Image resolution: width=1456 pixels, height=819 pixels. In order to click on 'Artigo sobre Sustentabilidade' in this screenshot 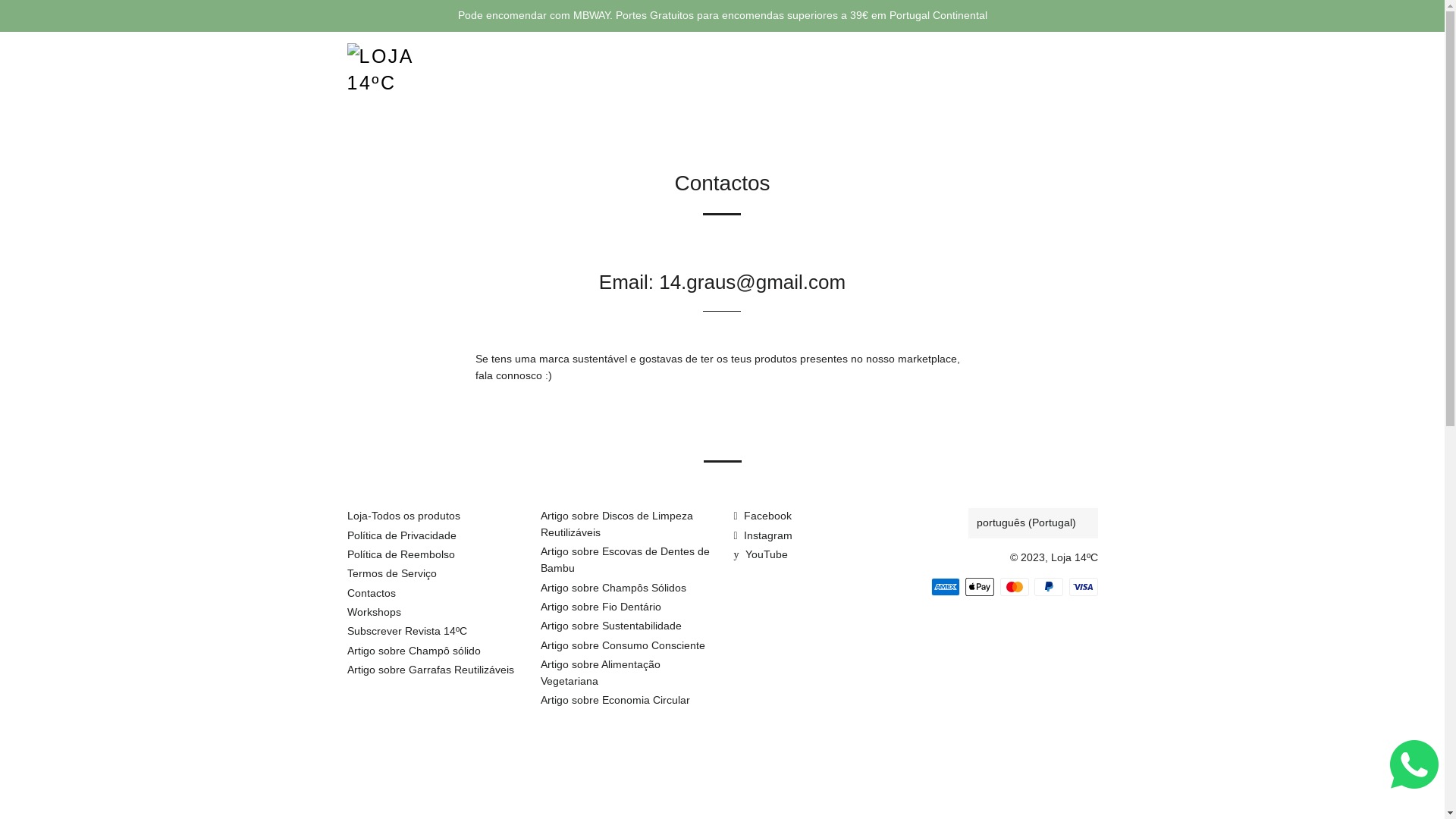, I will do `click(610, 626)`.